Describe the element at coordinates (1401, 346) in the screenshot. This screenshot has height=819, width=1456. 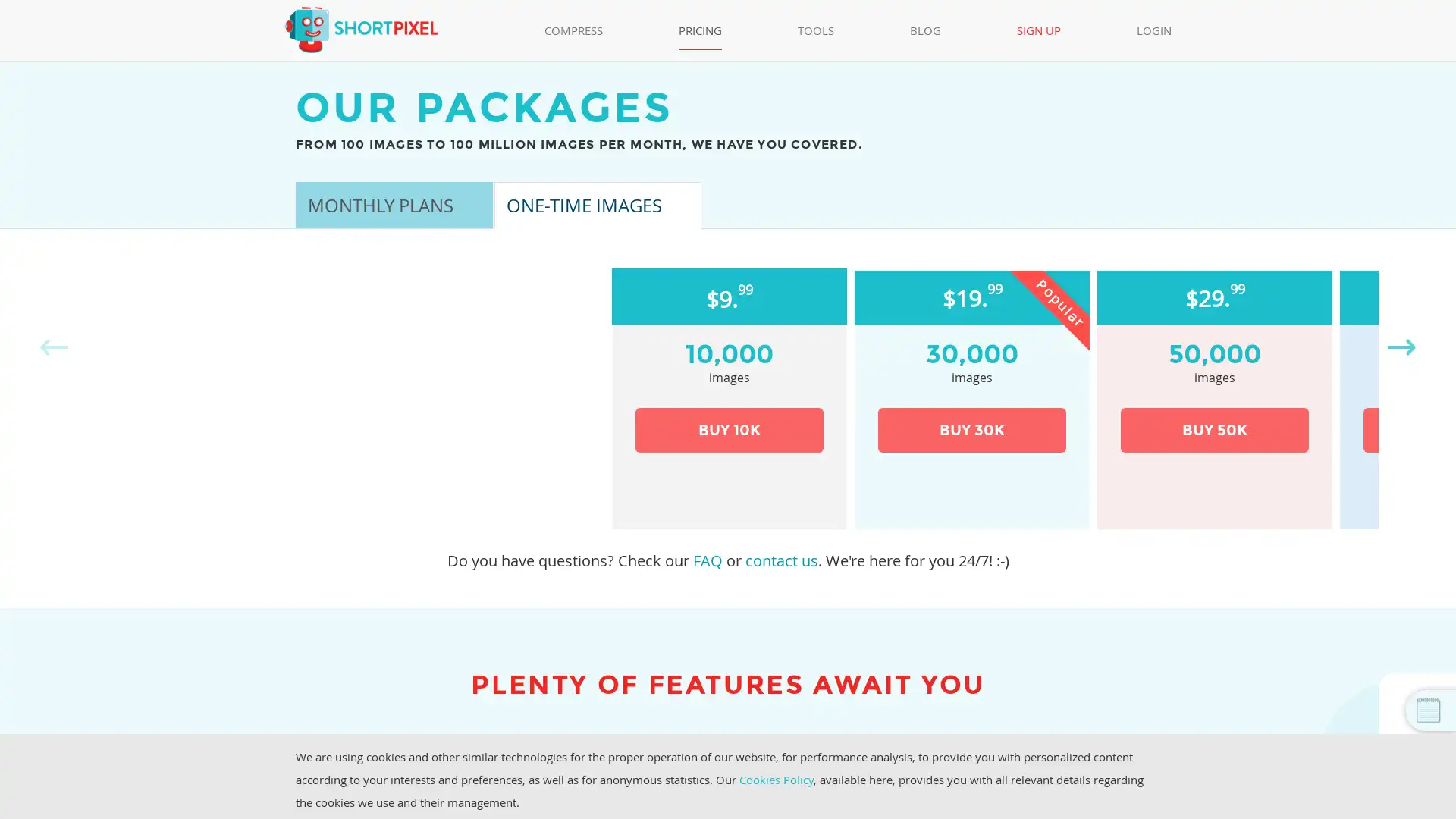
I see `Next` at that location.